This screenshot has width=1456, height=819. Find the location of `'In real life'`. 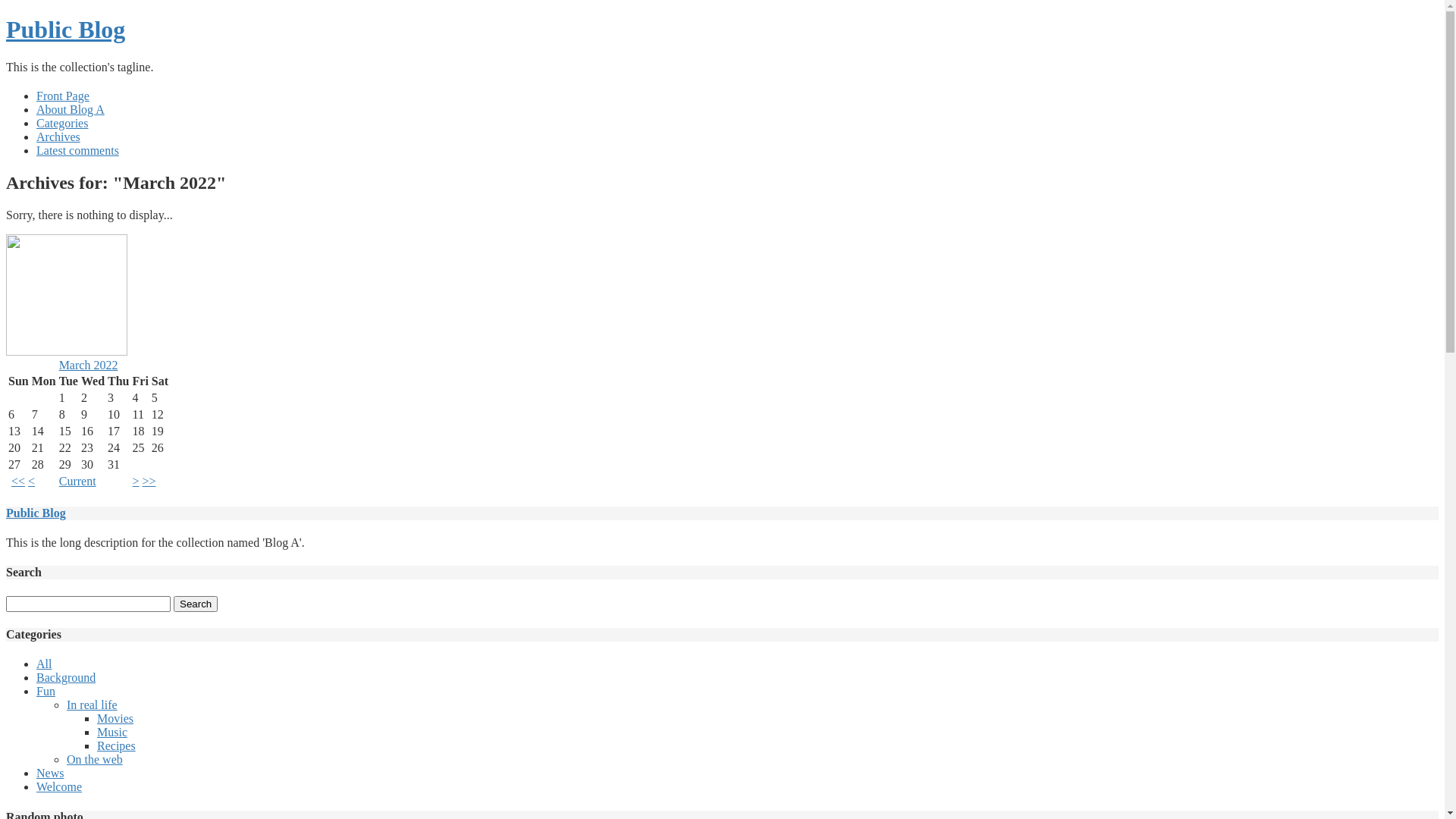

'In real life' is located at coordinates (91, 704).